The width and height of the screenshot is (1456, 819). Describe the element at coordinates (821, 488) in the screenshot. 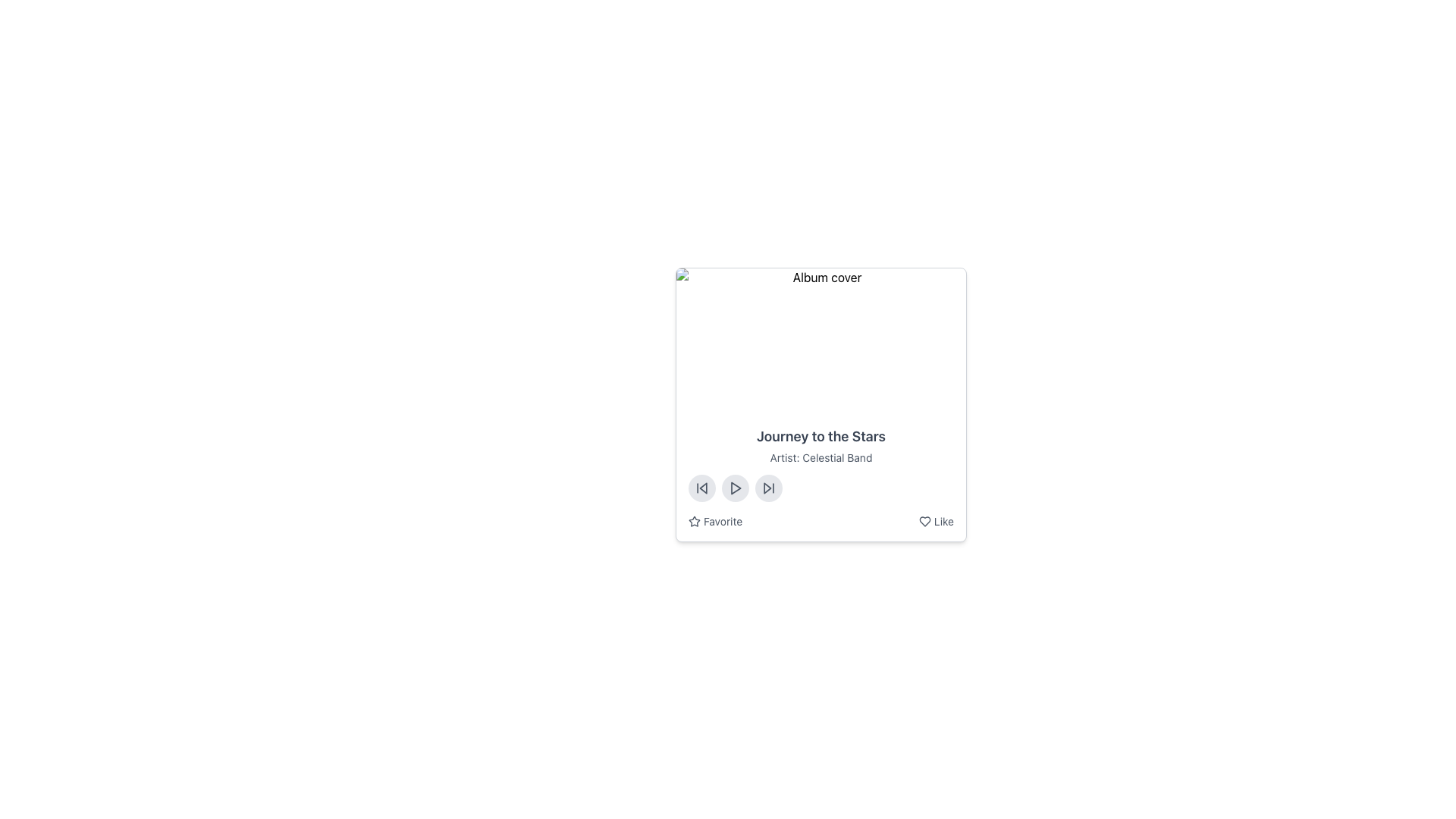

I see `the control bar for media playback located below the text 'Artist: Celestial Band'` at that location.